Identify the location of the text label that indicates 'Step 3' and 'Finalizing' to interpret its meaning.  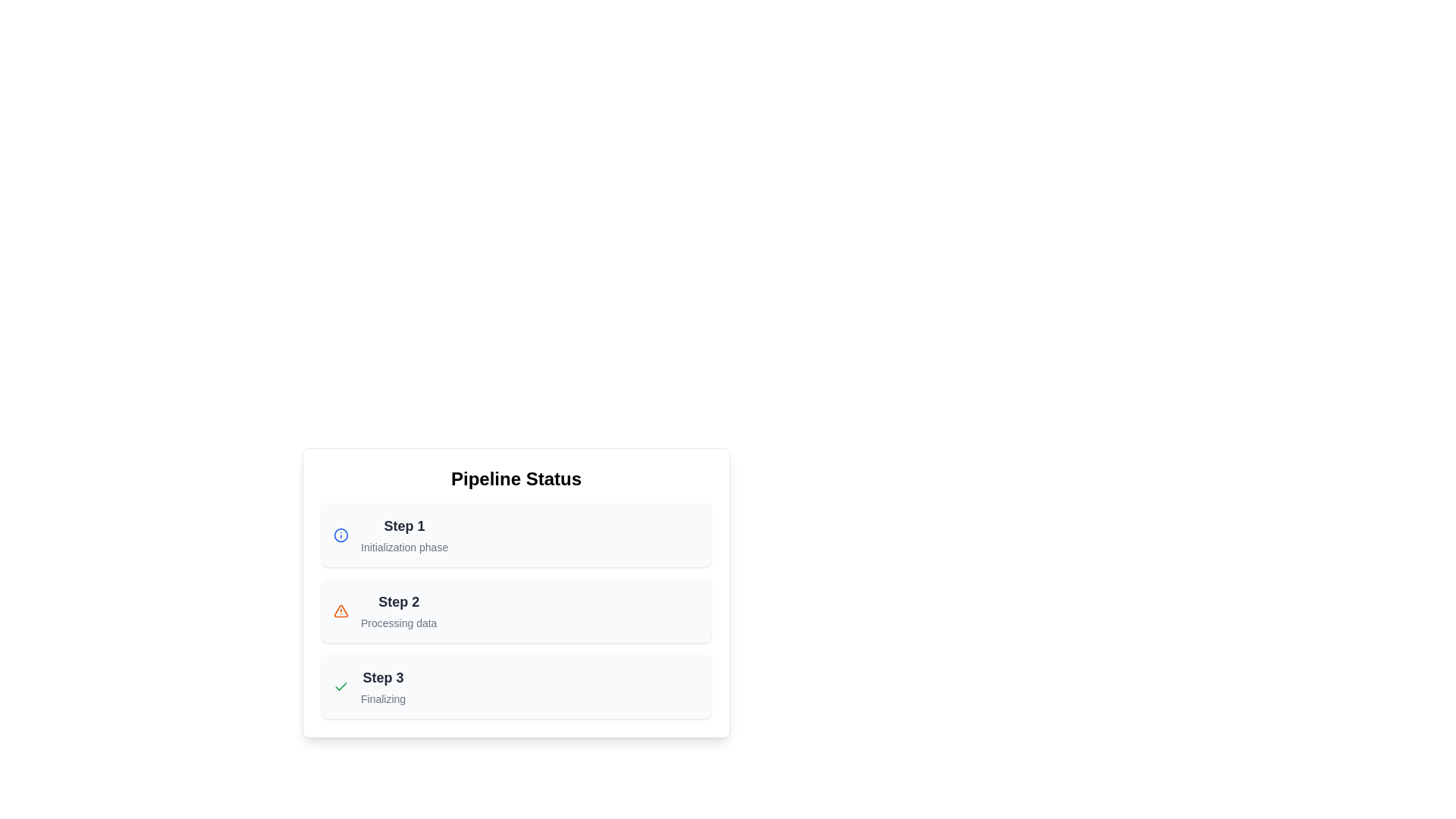
(383, 687).